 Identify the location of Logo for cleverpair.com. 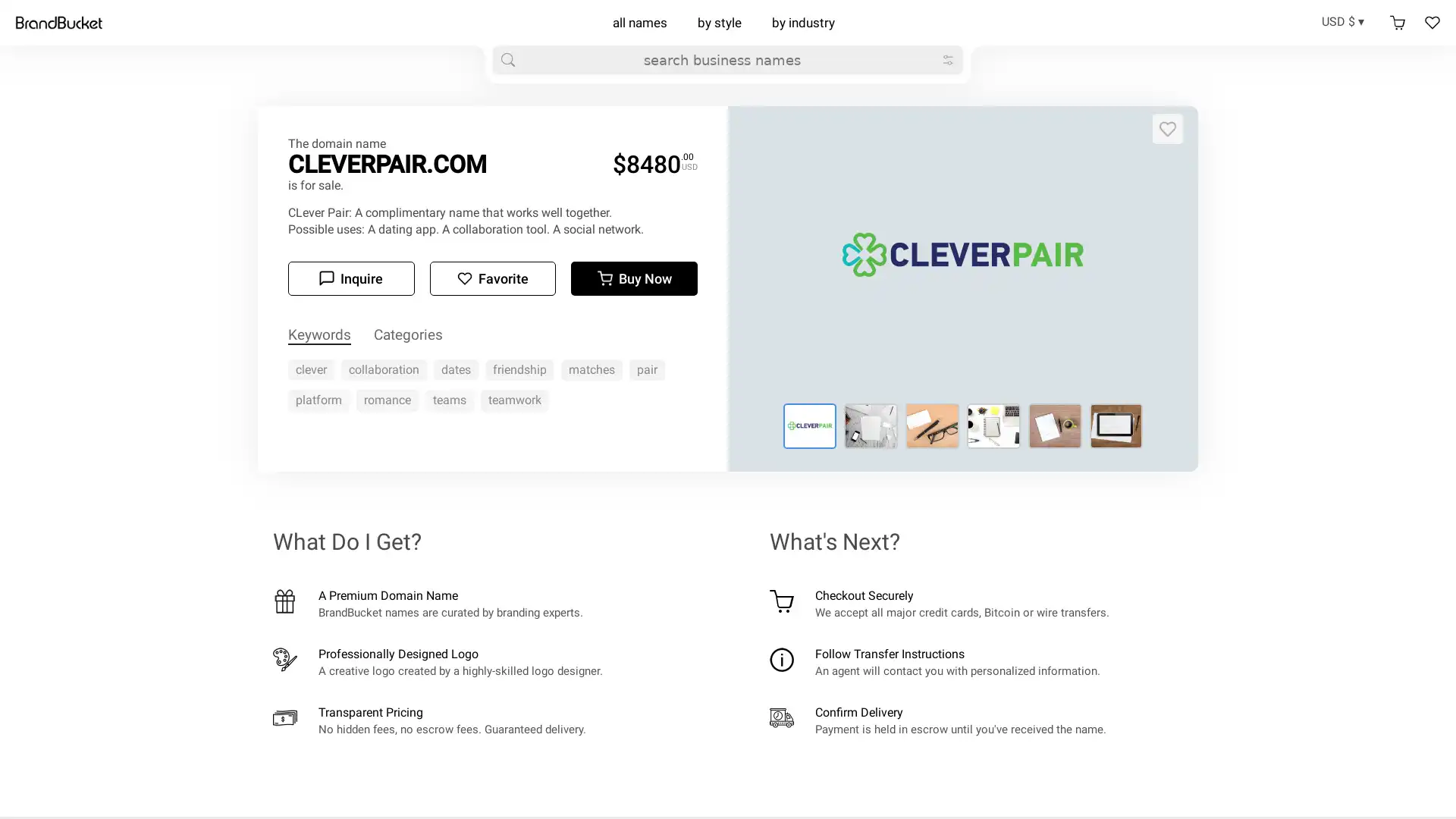
(871, 425).